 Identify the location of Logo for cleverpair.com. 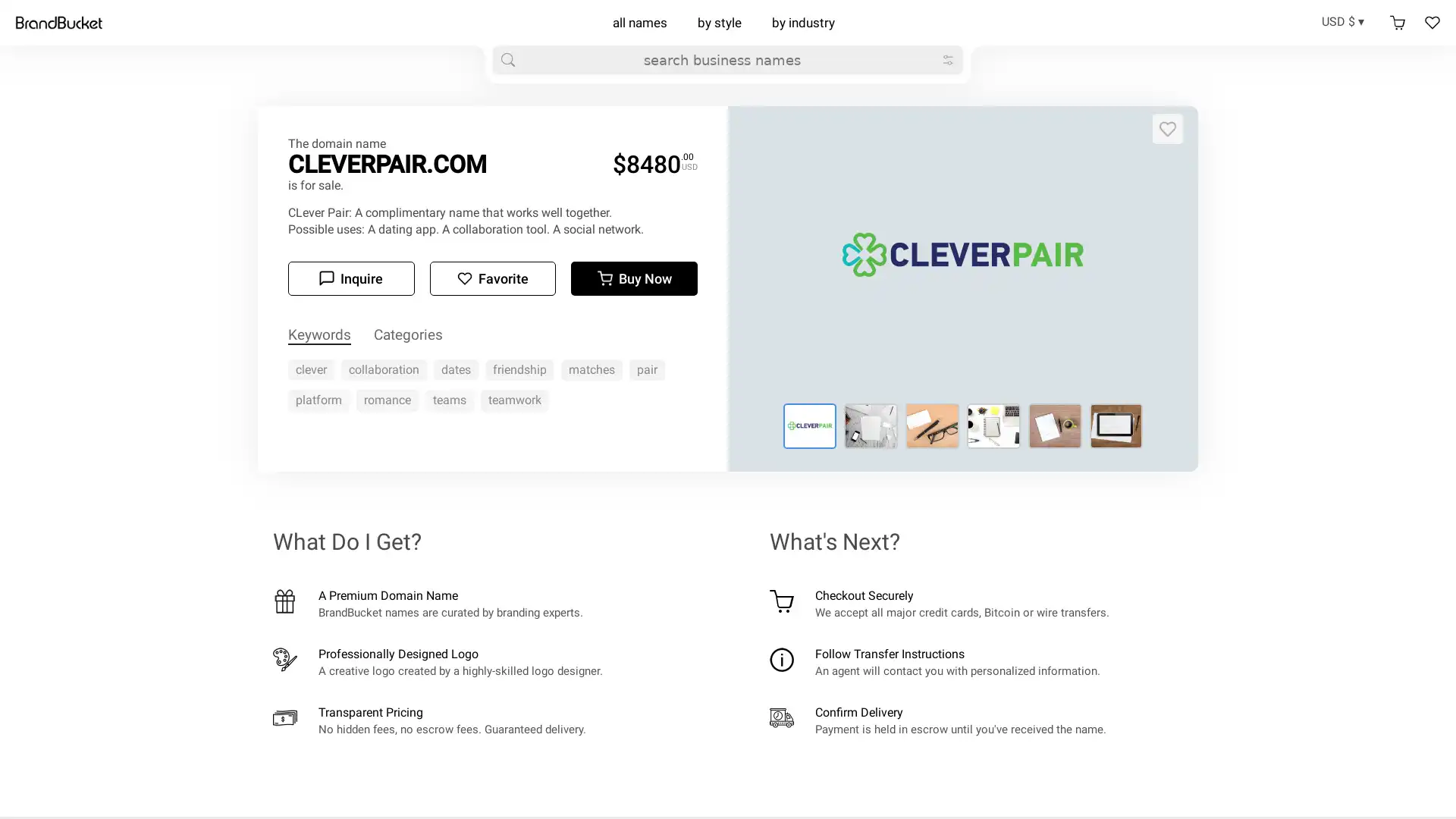
(871, 425).